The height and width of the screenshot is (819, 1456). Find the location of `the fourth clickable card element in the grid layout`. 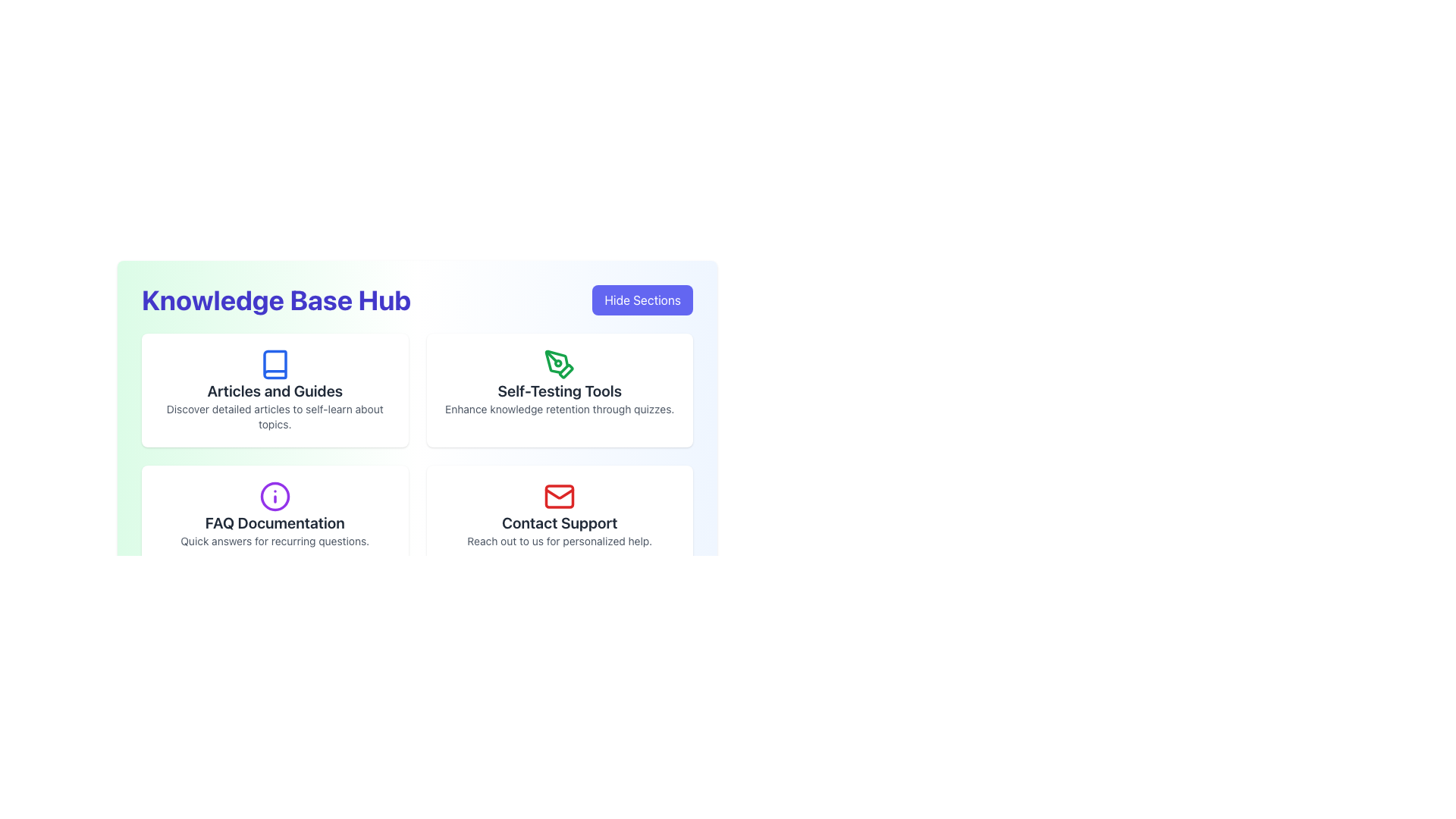

the fourth clickable card element in the grid layout is located at coordinates (559, 513).